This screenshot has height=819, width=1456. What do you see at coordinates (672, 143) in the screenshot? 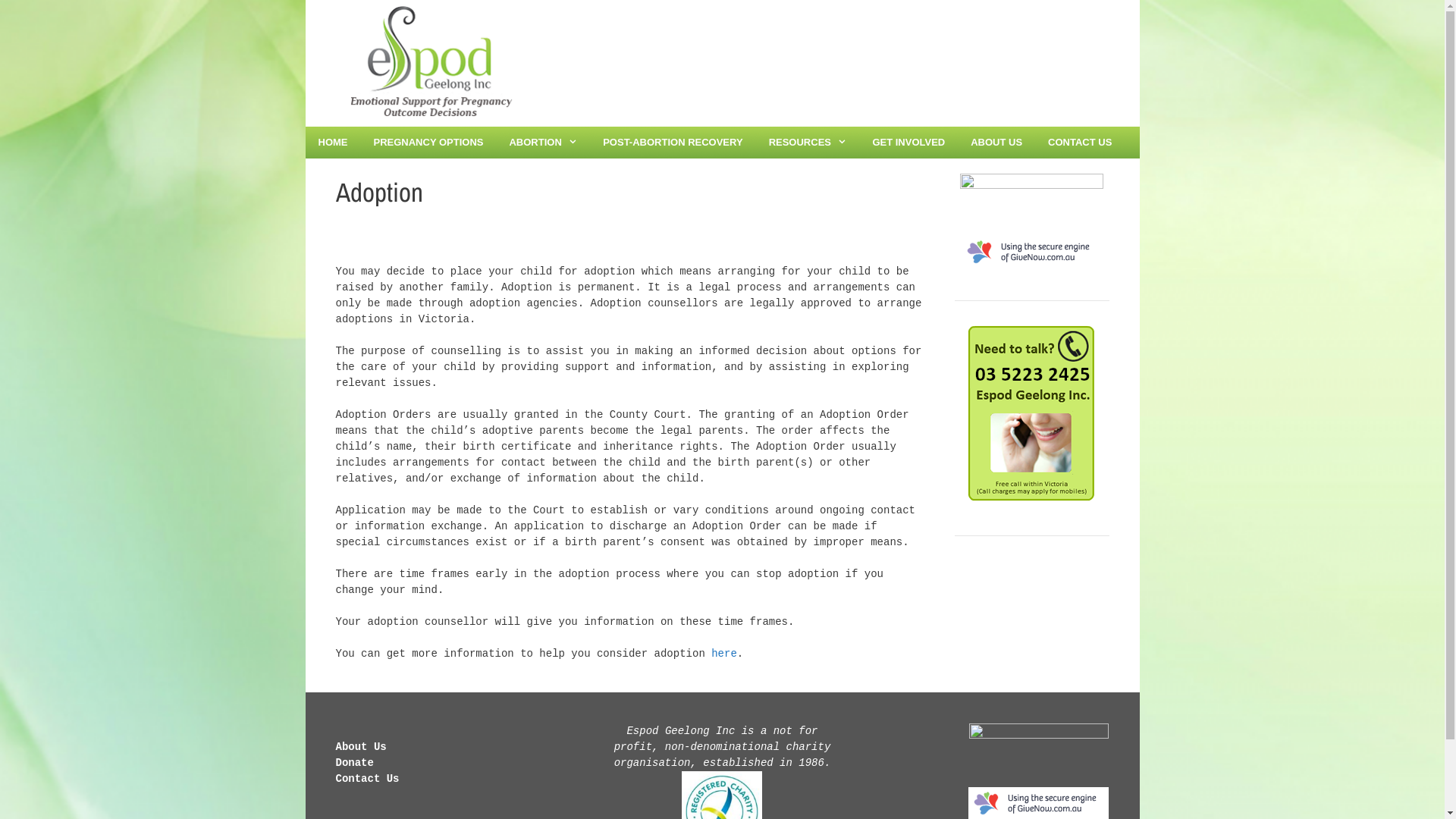
I see `'POST-ABORTION RECOVERY'` at bounding box center [672, 143].